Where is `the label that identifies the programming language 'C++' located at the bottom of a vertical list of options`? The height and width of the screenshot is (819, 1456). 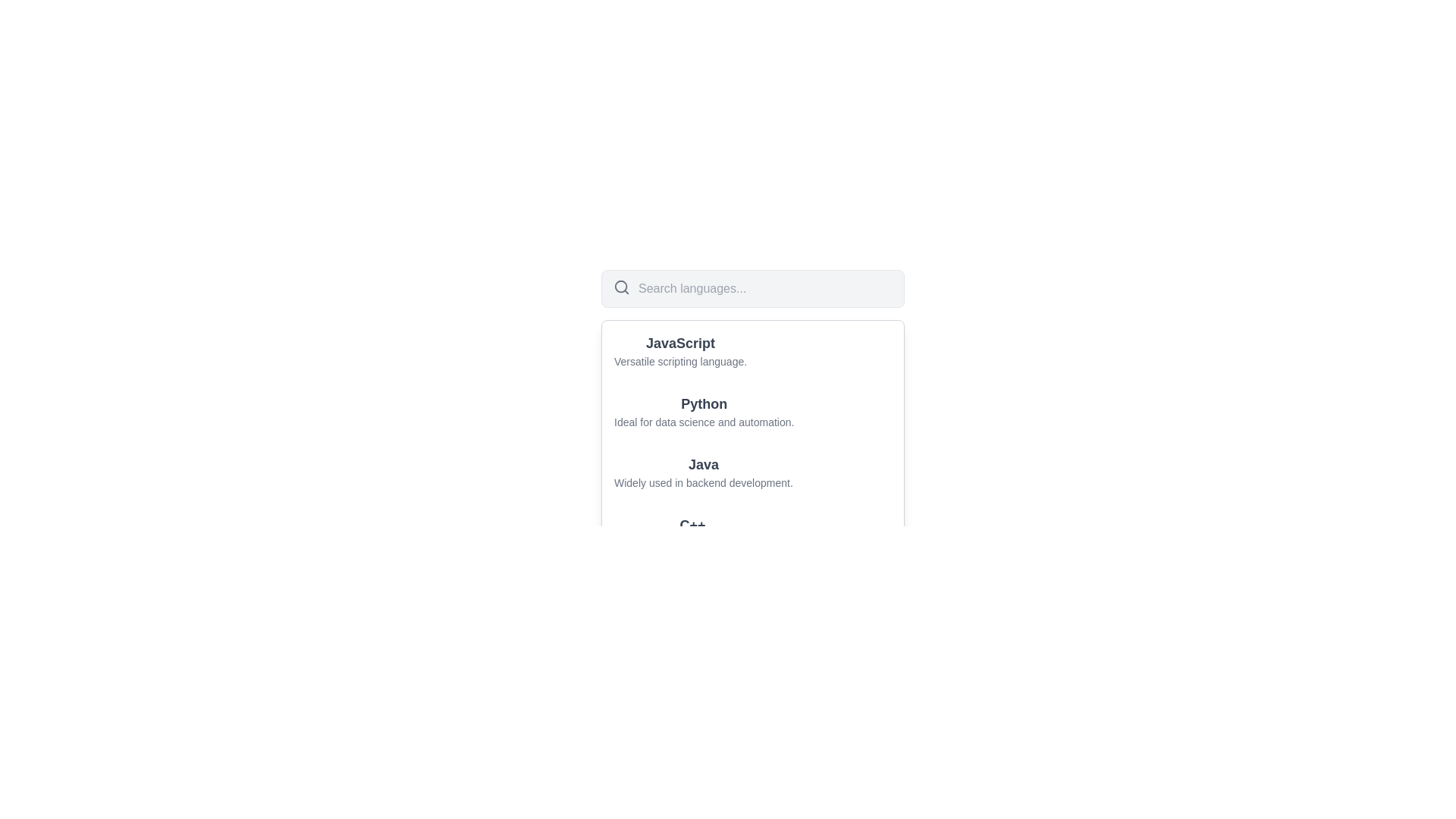 the label that identifies the programming language 'C++' located at the bottom of a vertical list of options is located at coordinates (692, 525).